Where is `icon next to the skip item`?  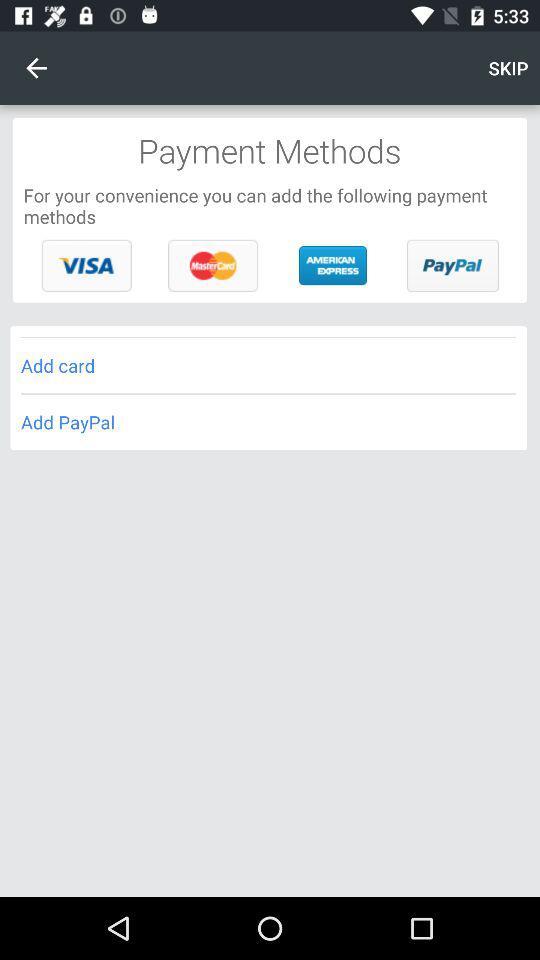
icon next to the skip item is located at coordinates (36, 68).